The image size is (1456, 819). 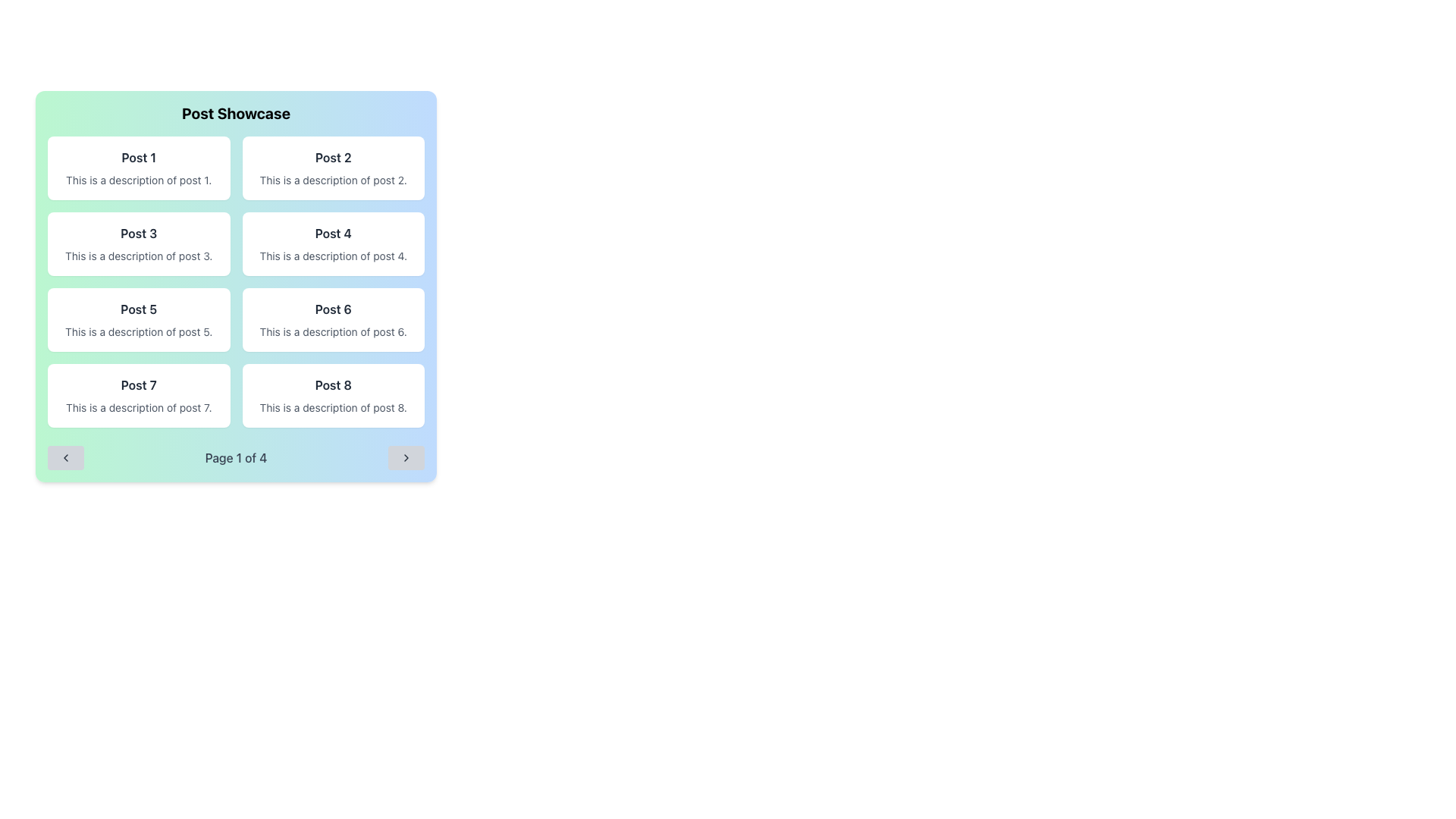 What do you see at coordinates (64, 457) in the screenshot?
I see `the leftward chevron icon located within the pagination controls button` at bounding box center [64, 457].